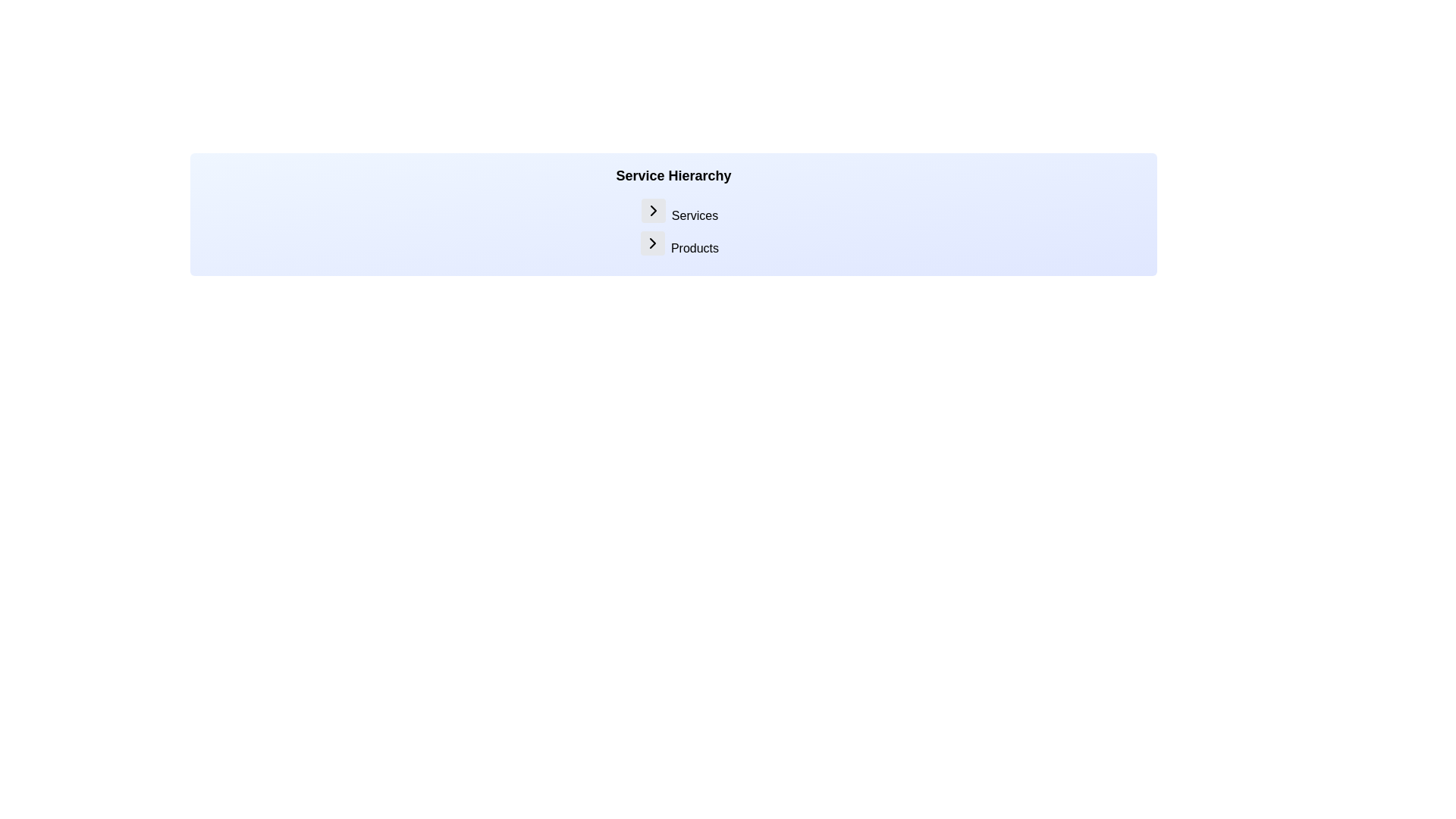 This screenshot has height=819, width=1456. What do you see at coordinates (694, 247) in the screenshot?
I see `the text label reading 'Products', which is the second entry in the category list under 'Service Hierarchy', positioned to the right of an arrow icon` at bounding box center [694, 247].